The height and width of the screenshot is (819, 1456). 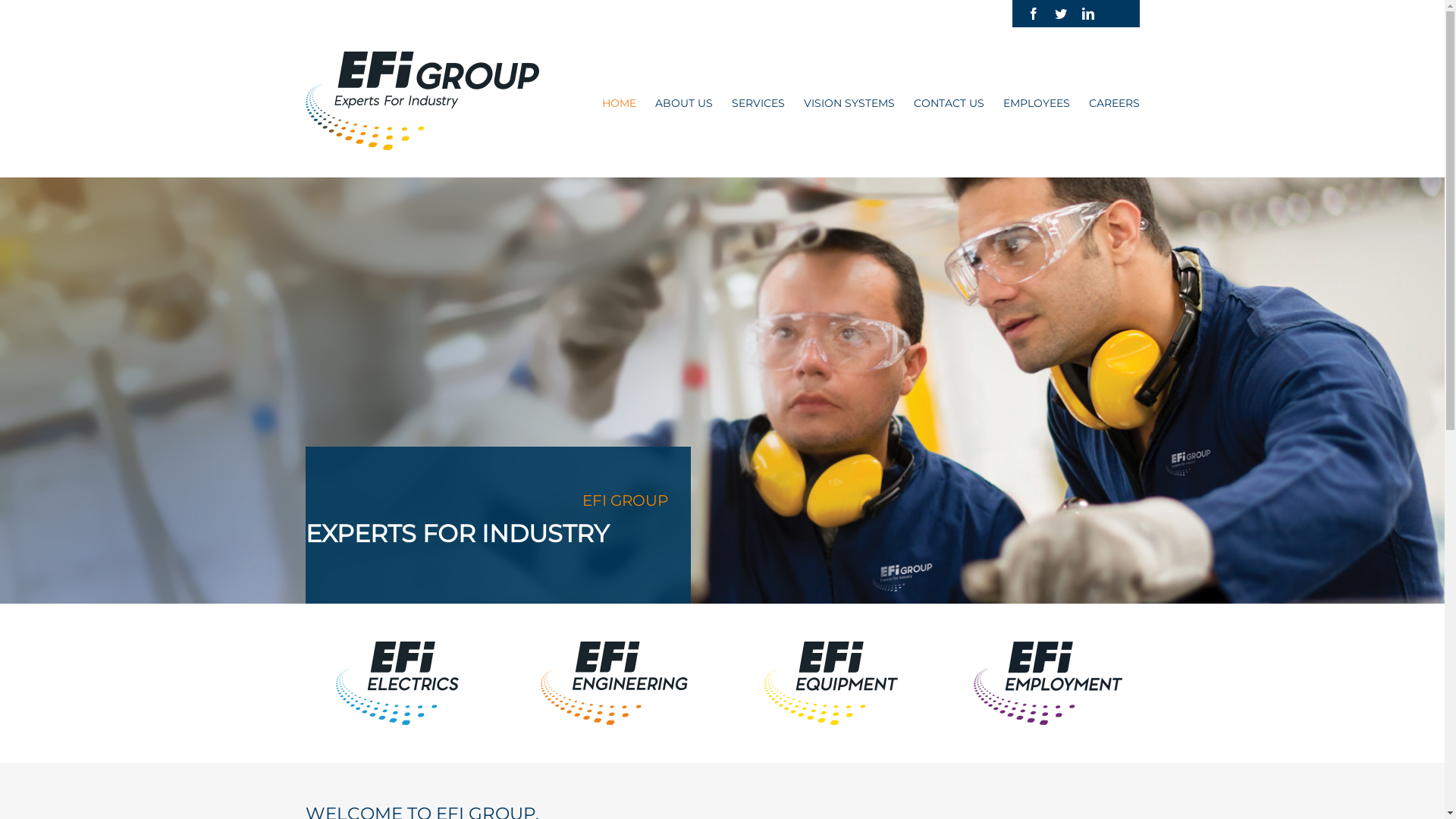 I want to click on 'HOME', so click(x=619, y=102).